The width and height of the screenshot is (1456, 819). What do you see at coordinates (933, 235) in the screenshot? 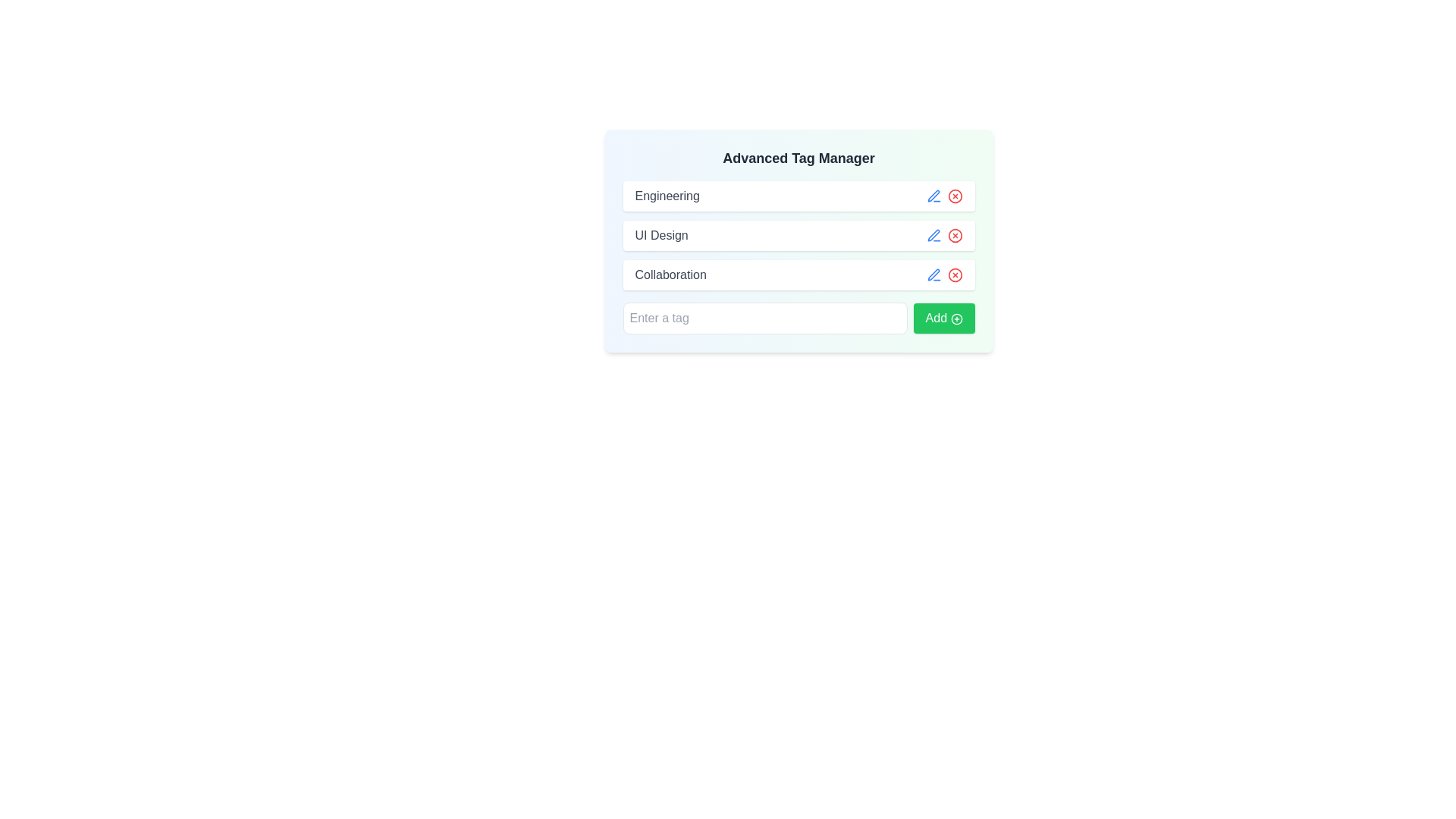
I see `the pen-shaped icon for editing options located in the second row of the tag manager next to the 'UI Design' text field` at bounding box center [933, 235].